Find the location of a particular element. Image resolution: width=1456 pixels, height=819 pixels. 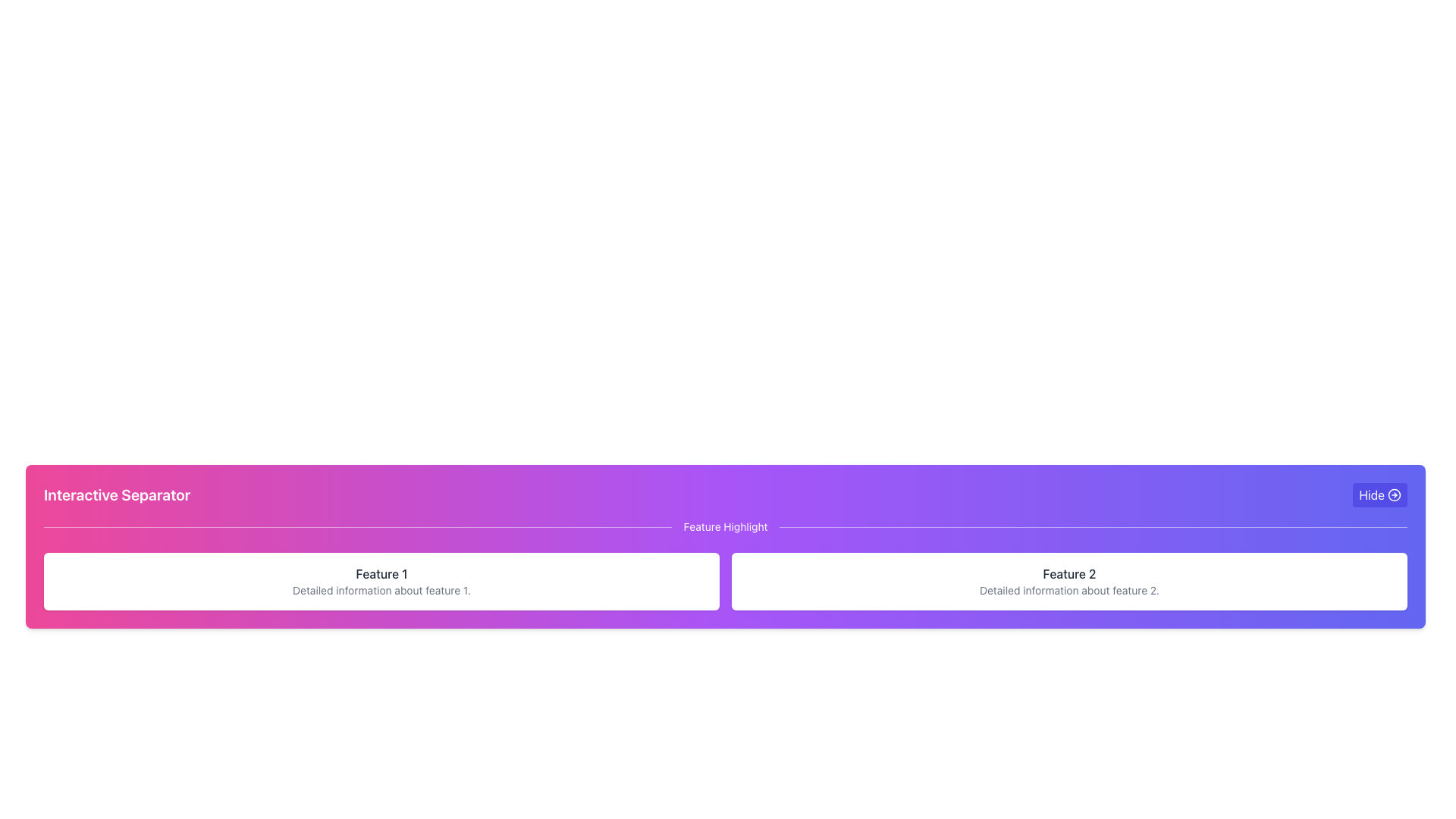

the Text Label that serves as a section heading or label, positioned at the top-left corner of its section, separated from other components is located at coordinates (116, 494).